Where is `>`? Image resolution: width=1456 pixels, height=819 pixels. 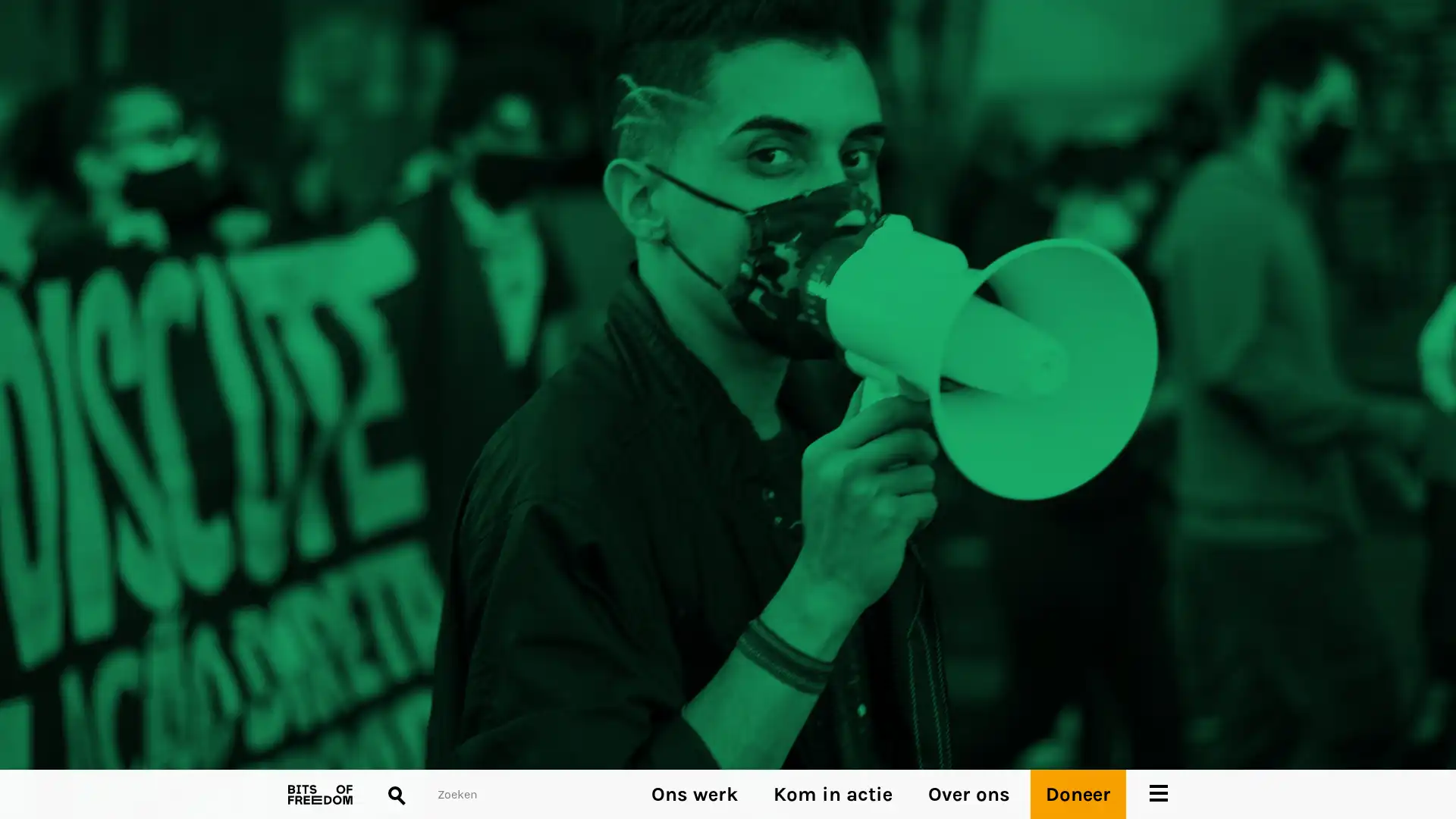 > is located at coordinates (757, 467).